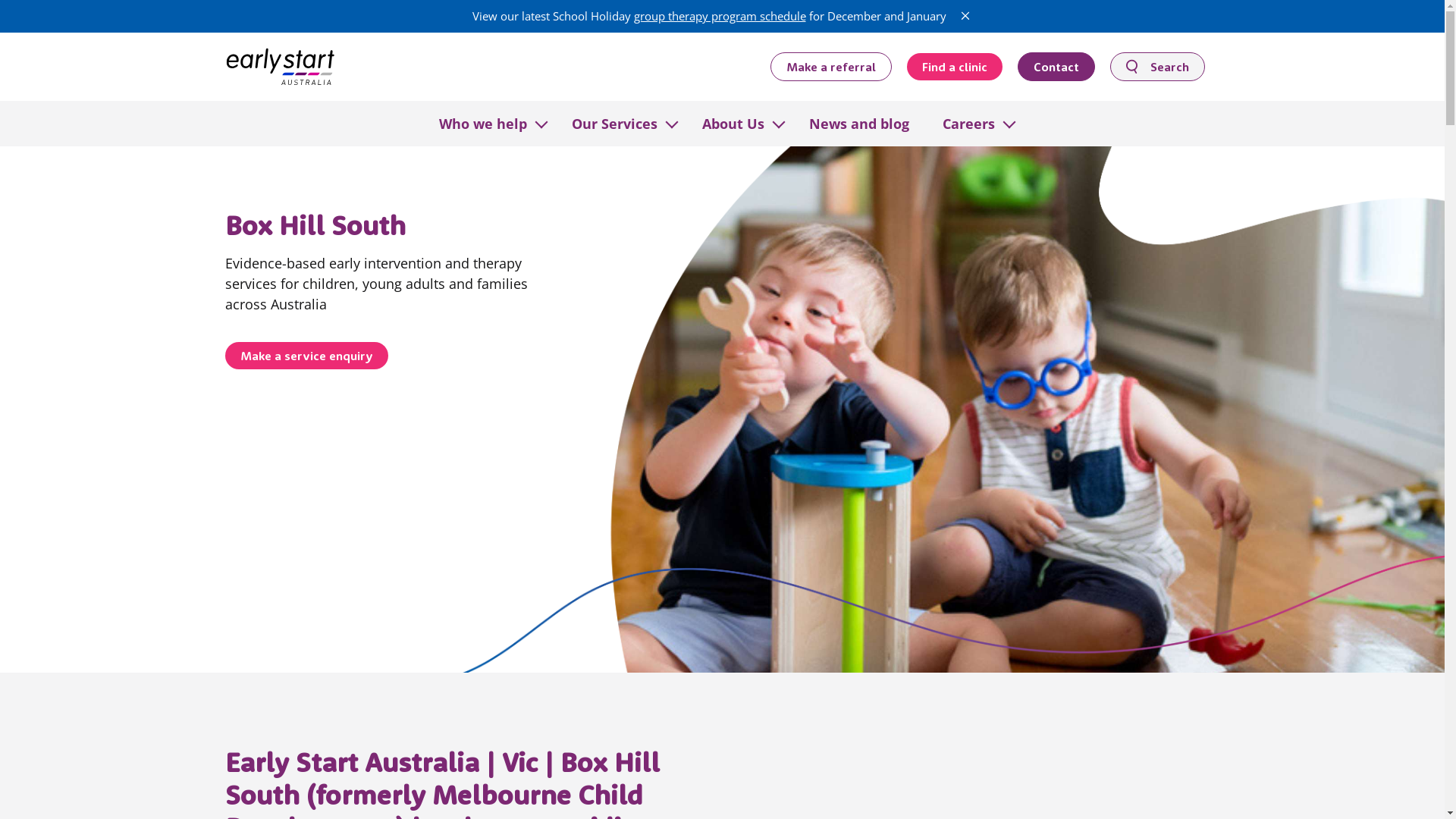  Describe the element at coordinates (1055, 65) in the screenshot. I see `'Contact'` at that location.